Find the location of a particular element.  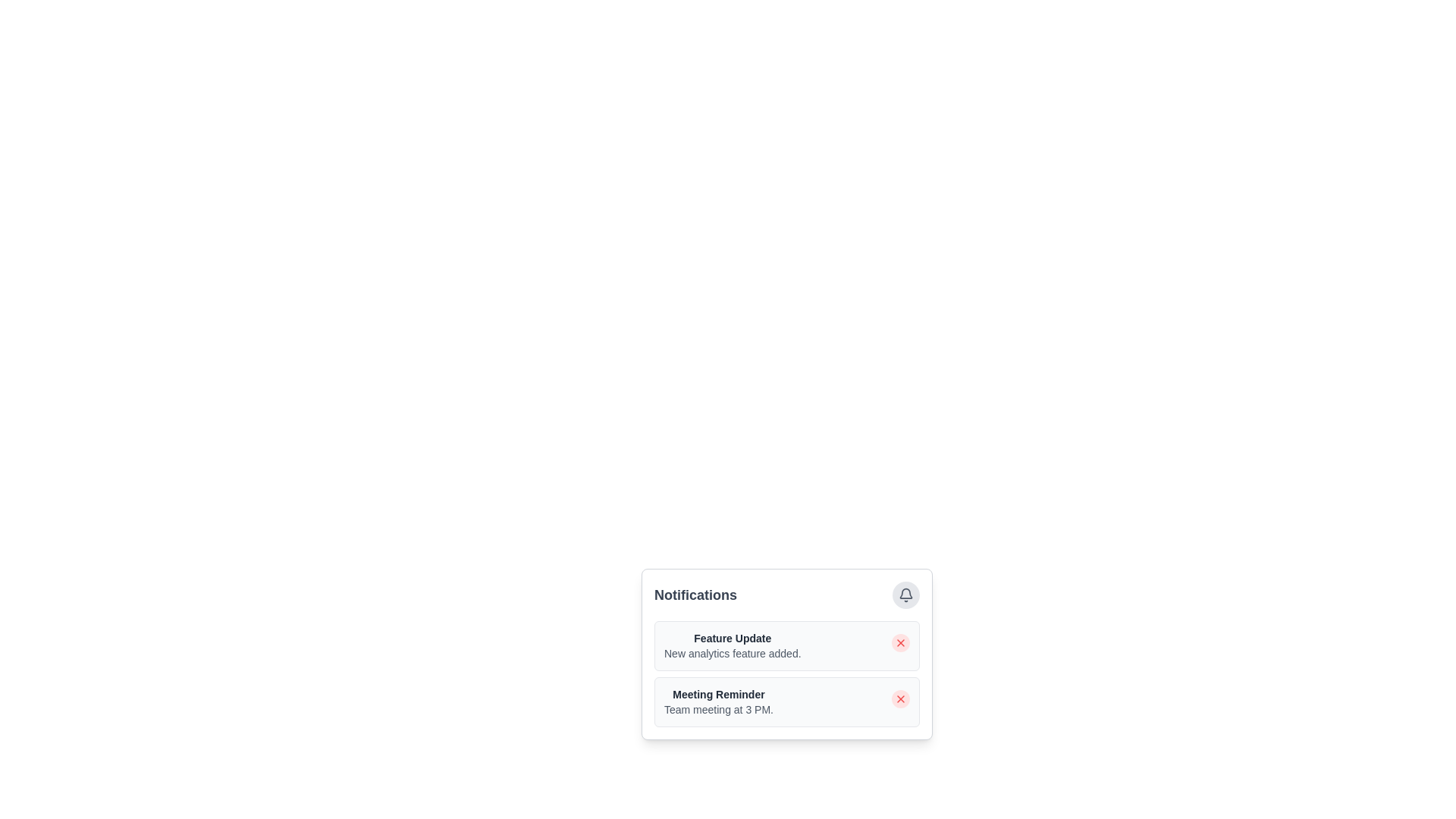

the circular button with a light red background and a white 'X' icon located on the top-right corner of the 'Feature Update' notification for accessibility is located at coordinates (901, 643).